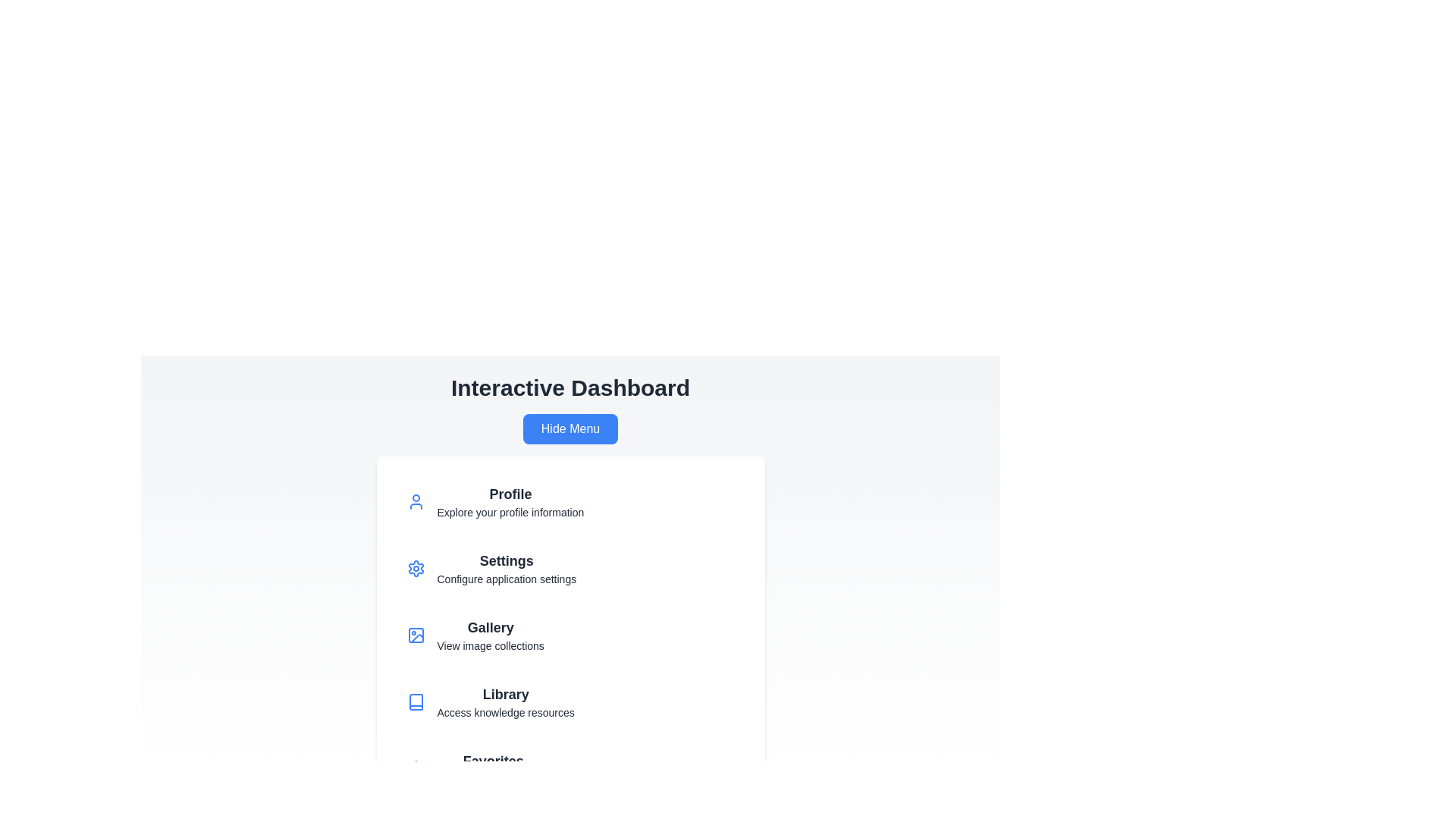  Describe the element at coordinates (570, 502) in the screenshot. I see `the menu item Profile by clicking on it` at that location.